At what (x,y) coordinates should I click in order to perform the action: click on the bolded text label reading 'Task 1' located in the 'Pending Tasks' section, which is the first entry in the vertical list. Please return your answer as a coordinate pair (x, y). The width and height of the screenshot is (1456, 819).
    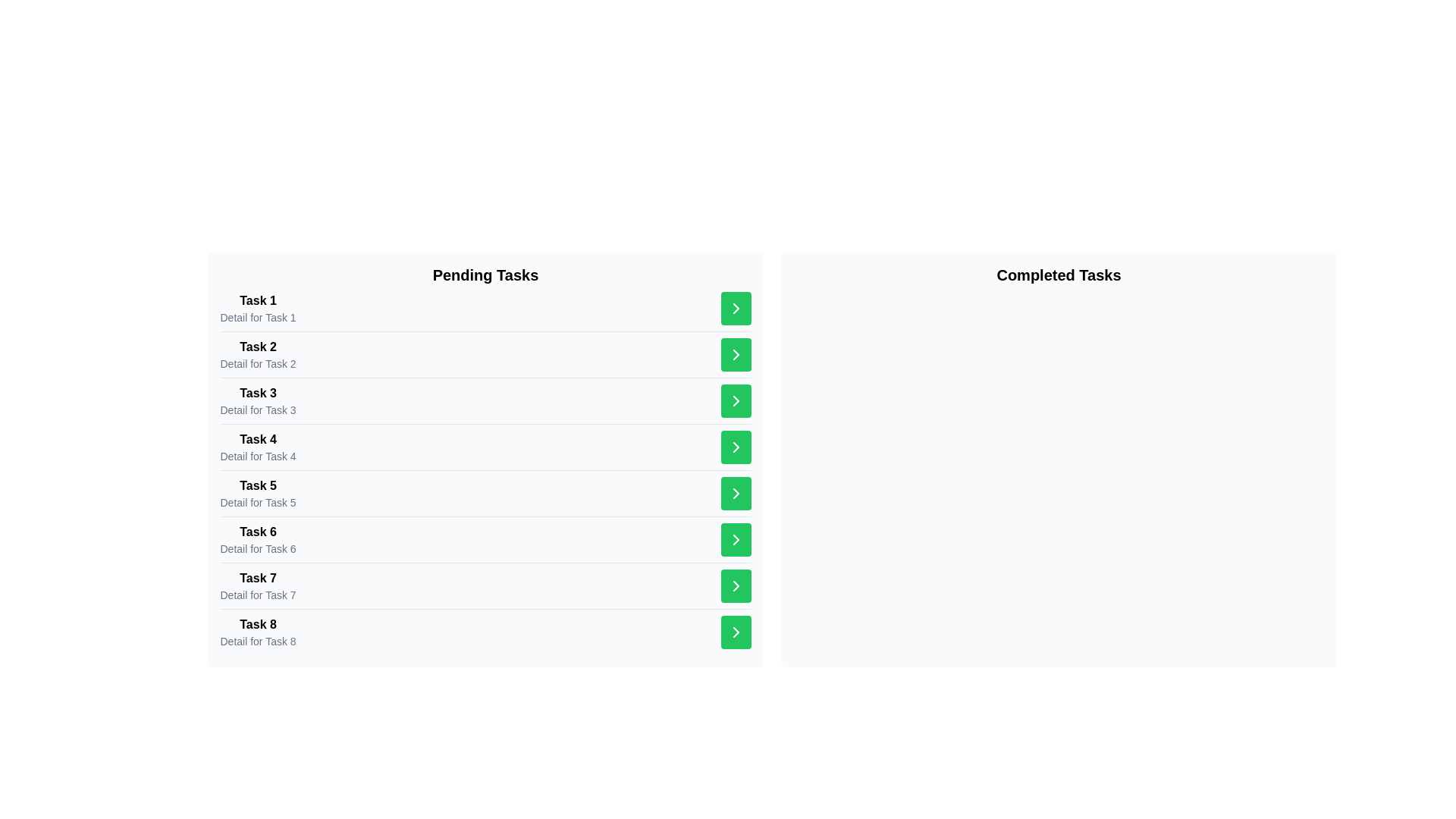
    Looking at the image, I should click on (258, 301).